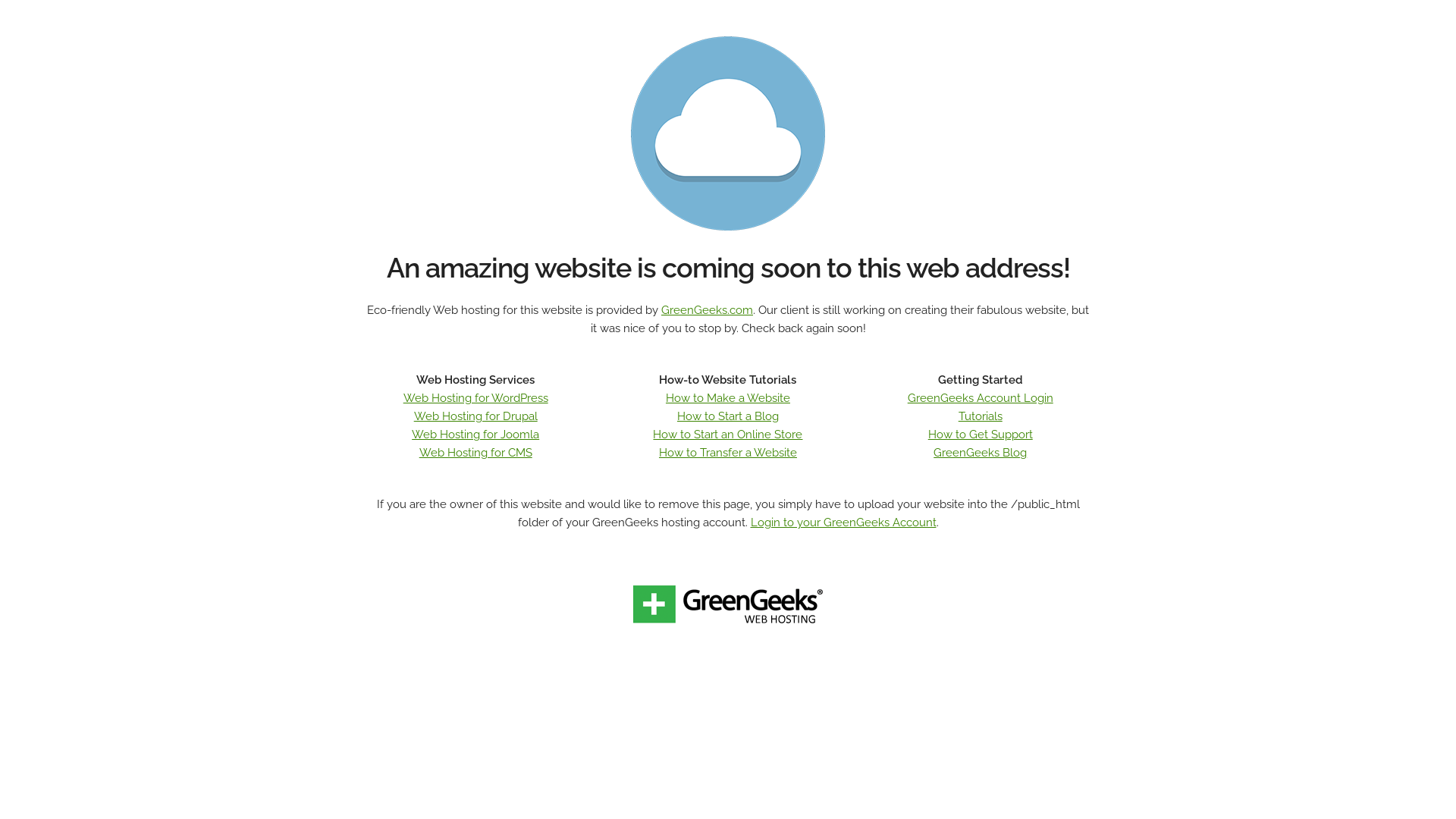 The height and width of the screenshot is (819, 1456). What do you see at coordinates (475, 397) in the screenshot?
I see `'Web Hosting for WordPress'` at bounding box center [475, 397].